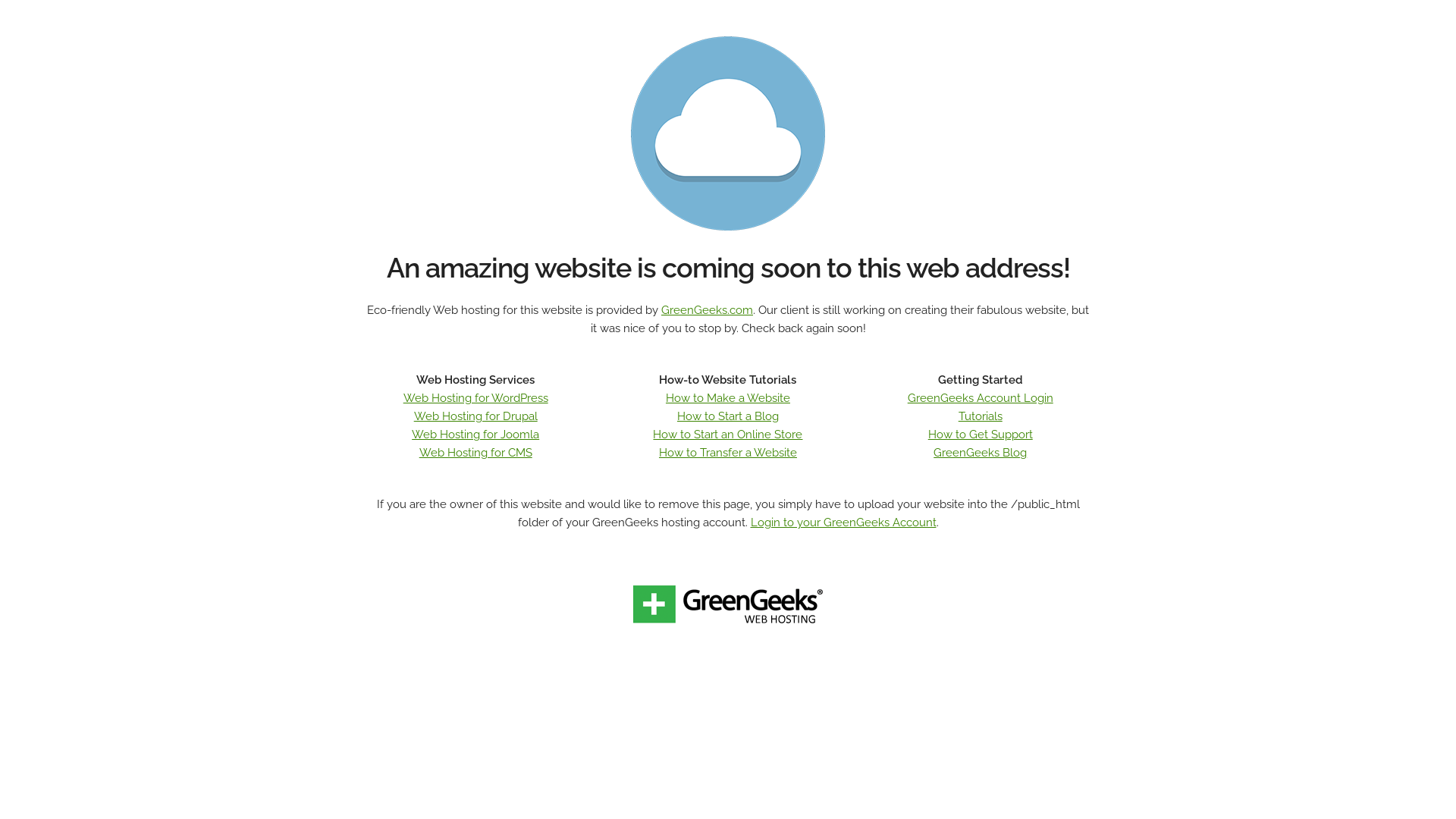 The height and width of the screenshot is (819, 1456). What do you see at coordinates (475, 397) in the screenshot?
I see `'Web Hosting for WordPress'` at bounding box center [475, 397].